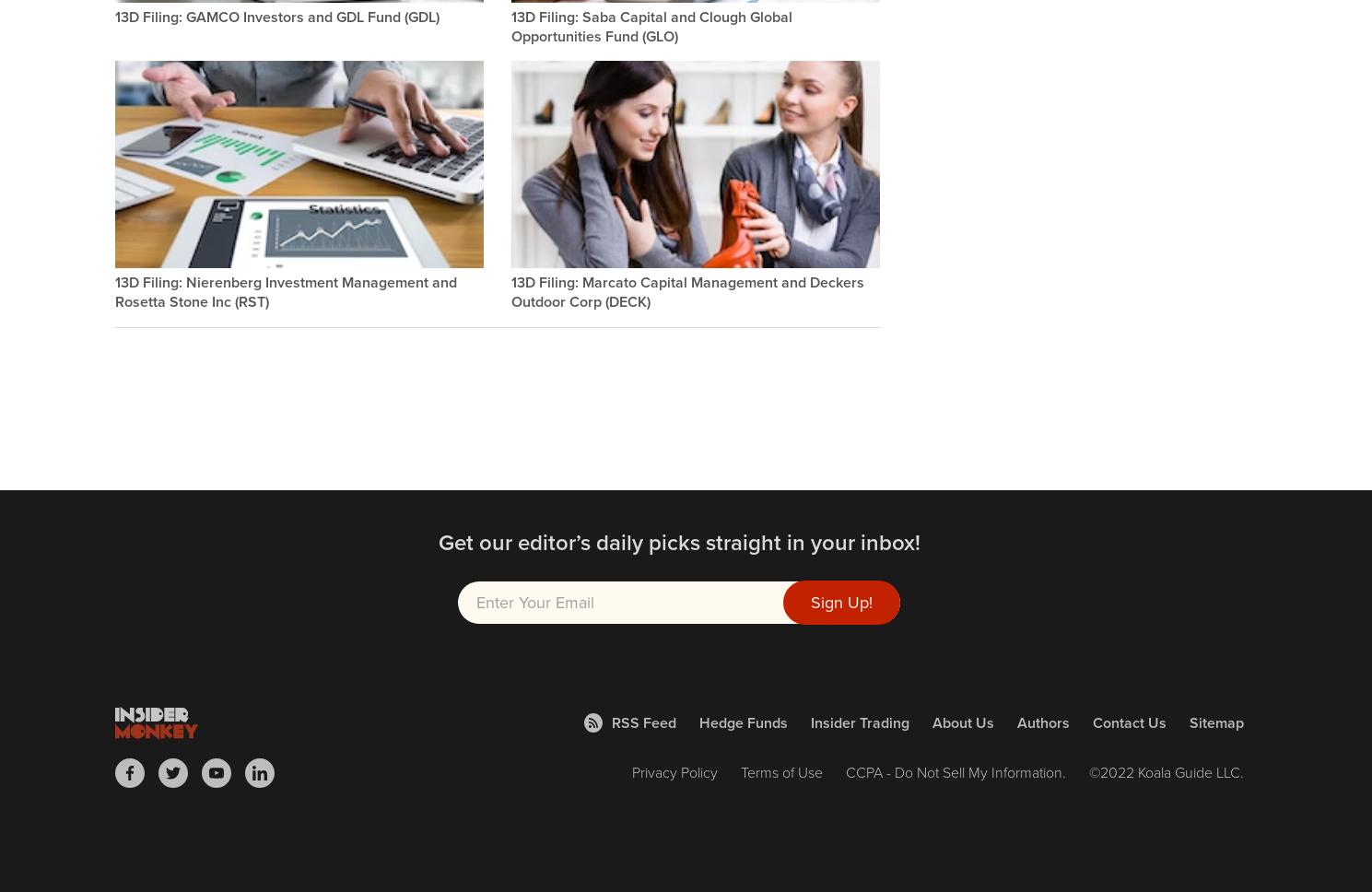 The height and width of the screenshot is (892, 1372). What do you see at coordinates (276, 16) in the screenshot?
I see `'13D Filing: GAMCO Investors and GDL Fund (GDL)'` at bounding box center [276, 16].